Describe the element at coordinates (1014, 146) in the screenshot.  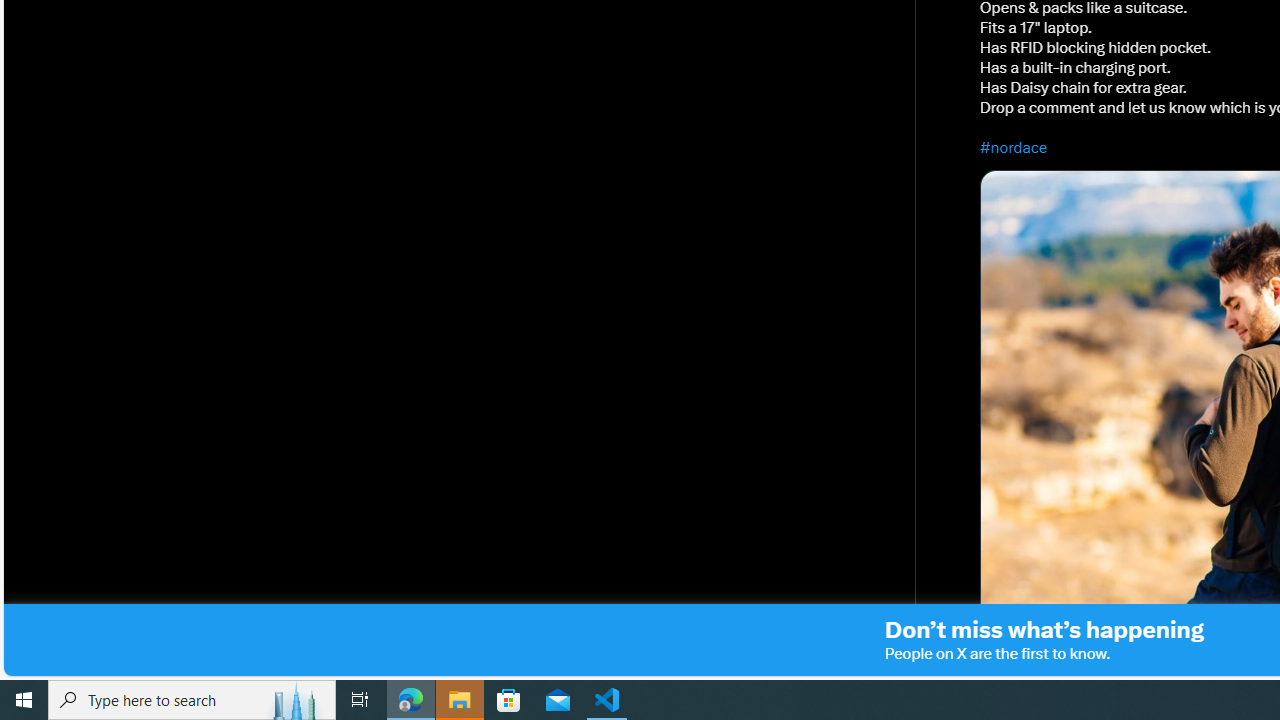
I see `'#nordace'` at that location.